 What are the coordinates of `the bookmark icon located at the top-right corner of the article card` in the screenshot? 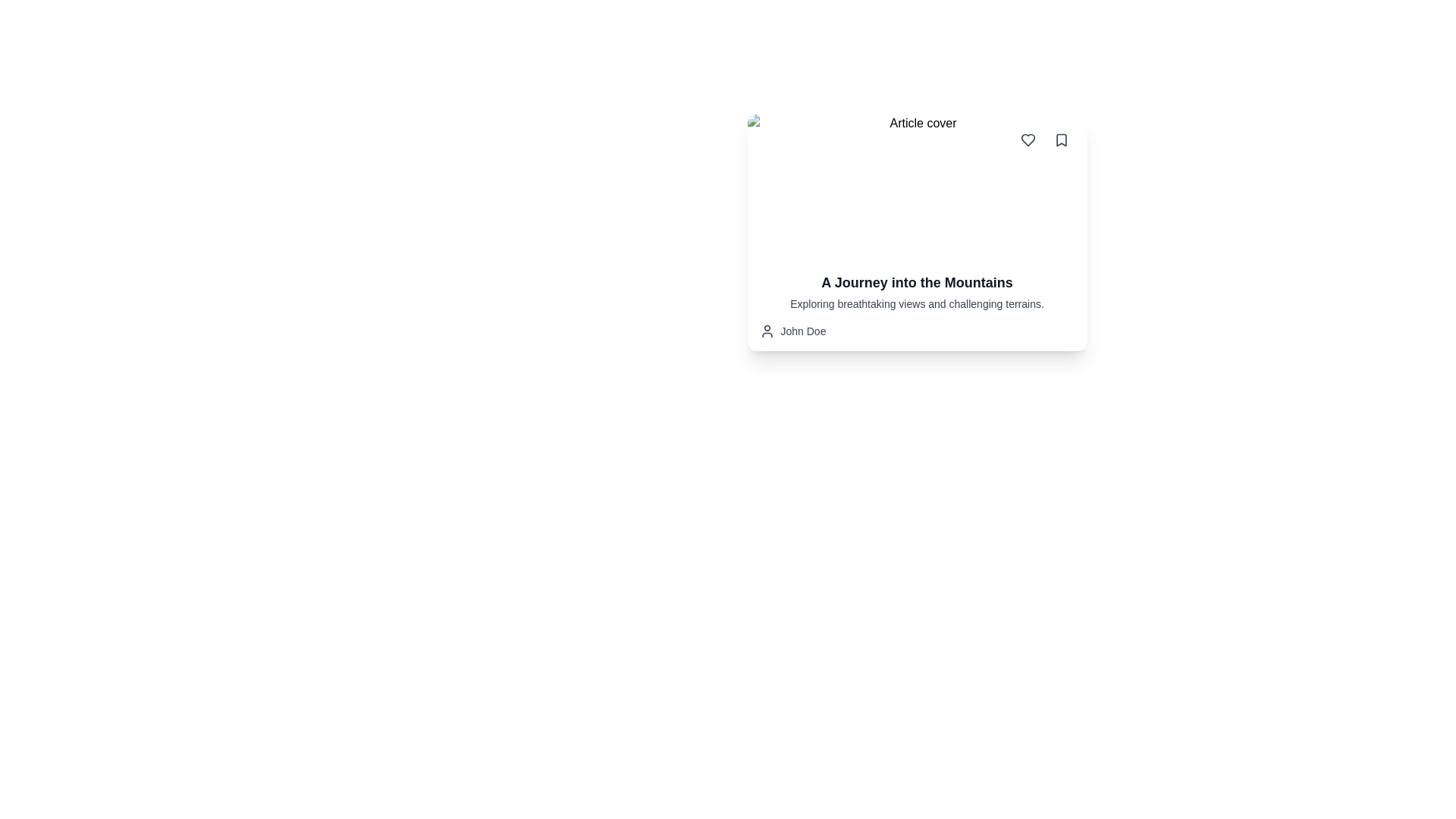 It's located at (1060, 140).